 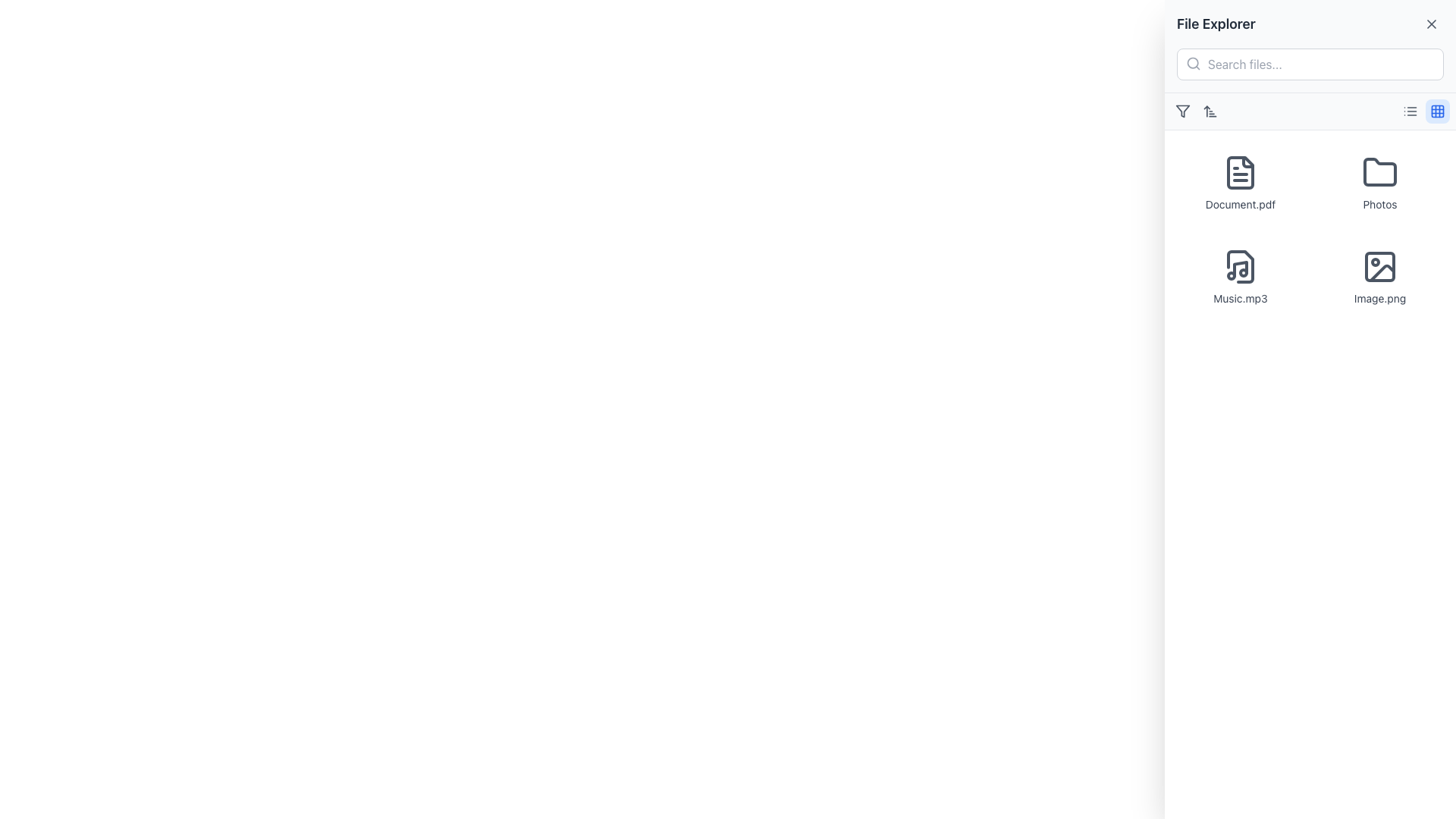 What do you see at coordinates (1241, 265) in the screenshot?
I see `the music file icon, which is the topmost item in its group, located above the text label 'Music.mp3'` at bounding box center [1241, 265].